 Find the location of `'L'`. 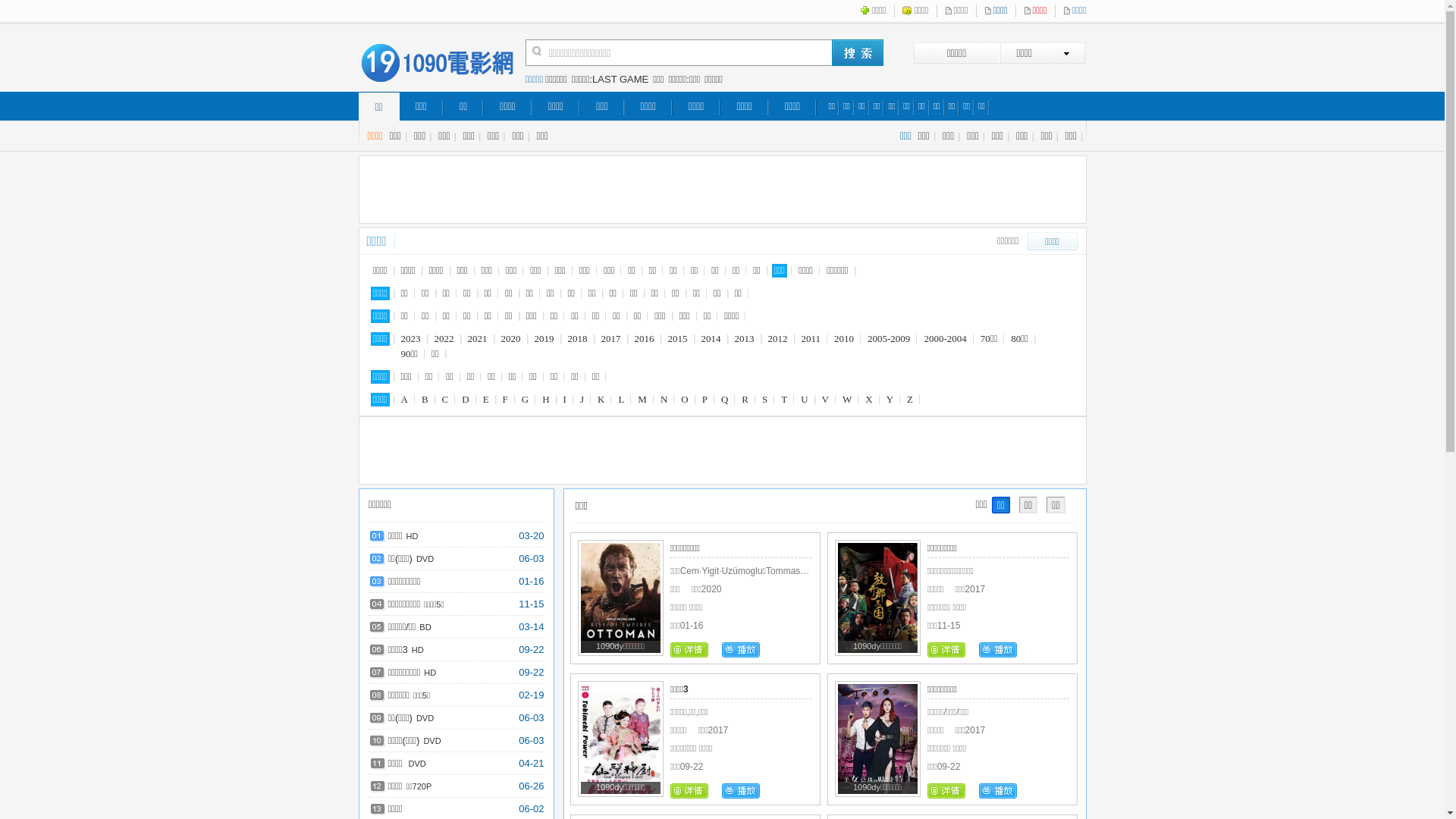

'L' is located at coordinates (621, 399).